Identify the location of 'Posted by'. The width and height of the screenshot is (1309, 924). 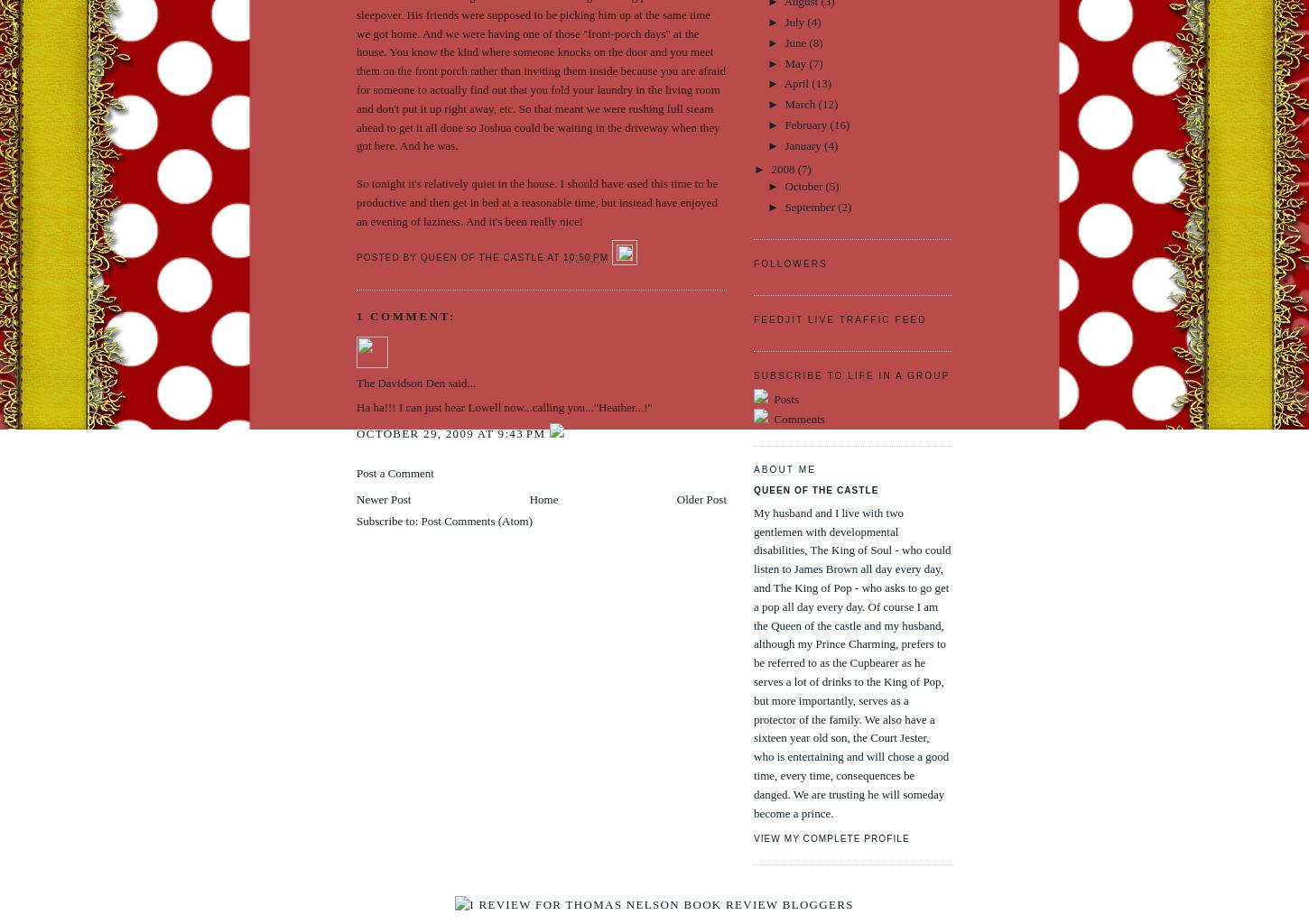
(355, 257).